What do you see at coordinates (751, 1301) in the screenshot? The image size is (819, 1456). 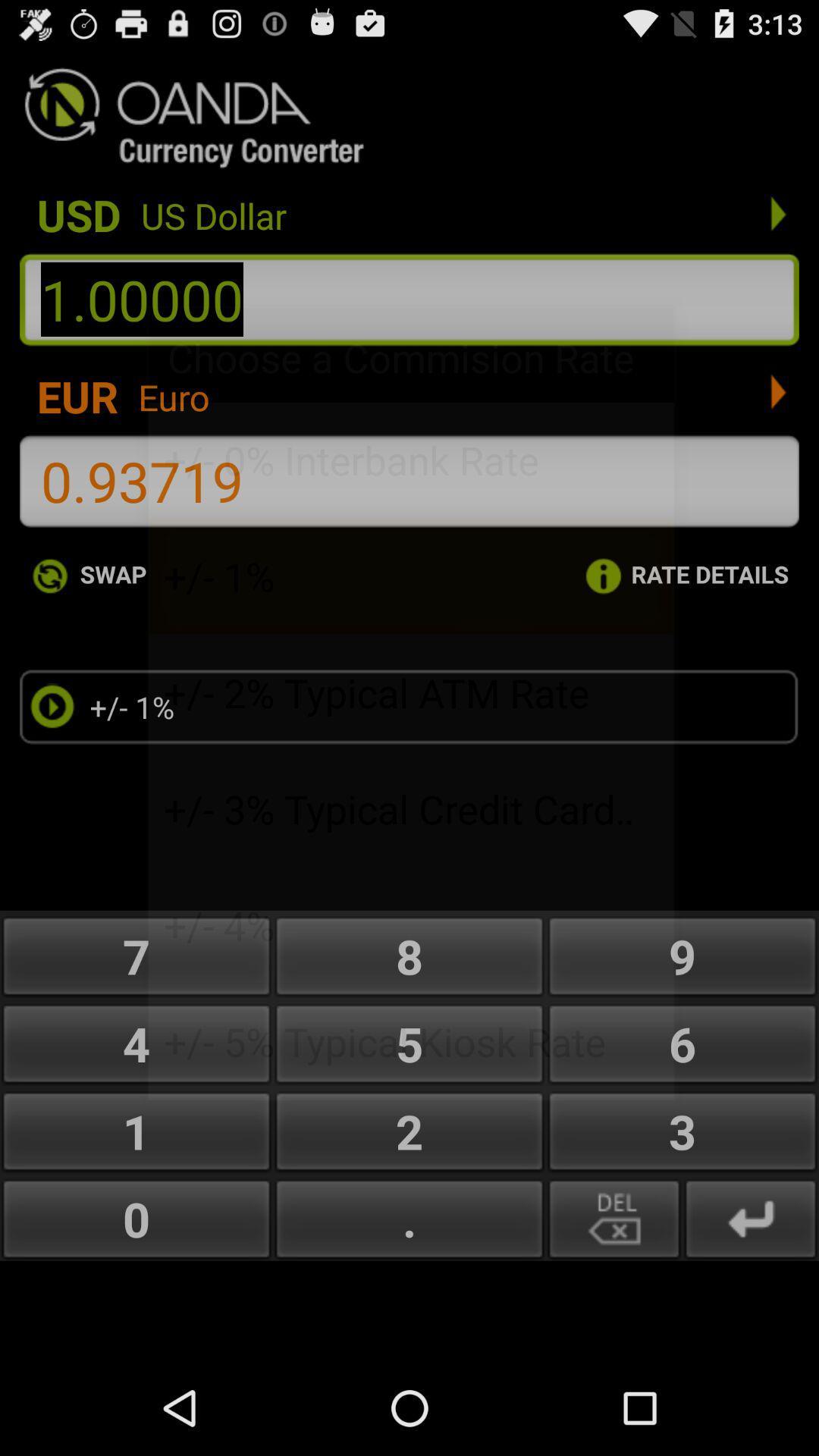 I see `the arrow_backward icon` at bounding box center [751, 1301].